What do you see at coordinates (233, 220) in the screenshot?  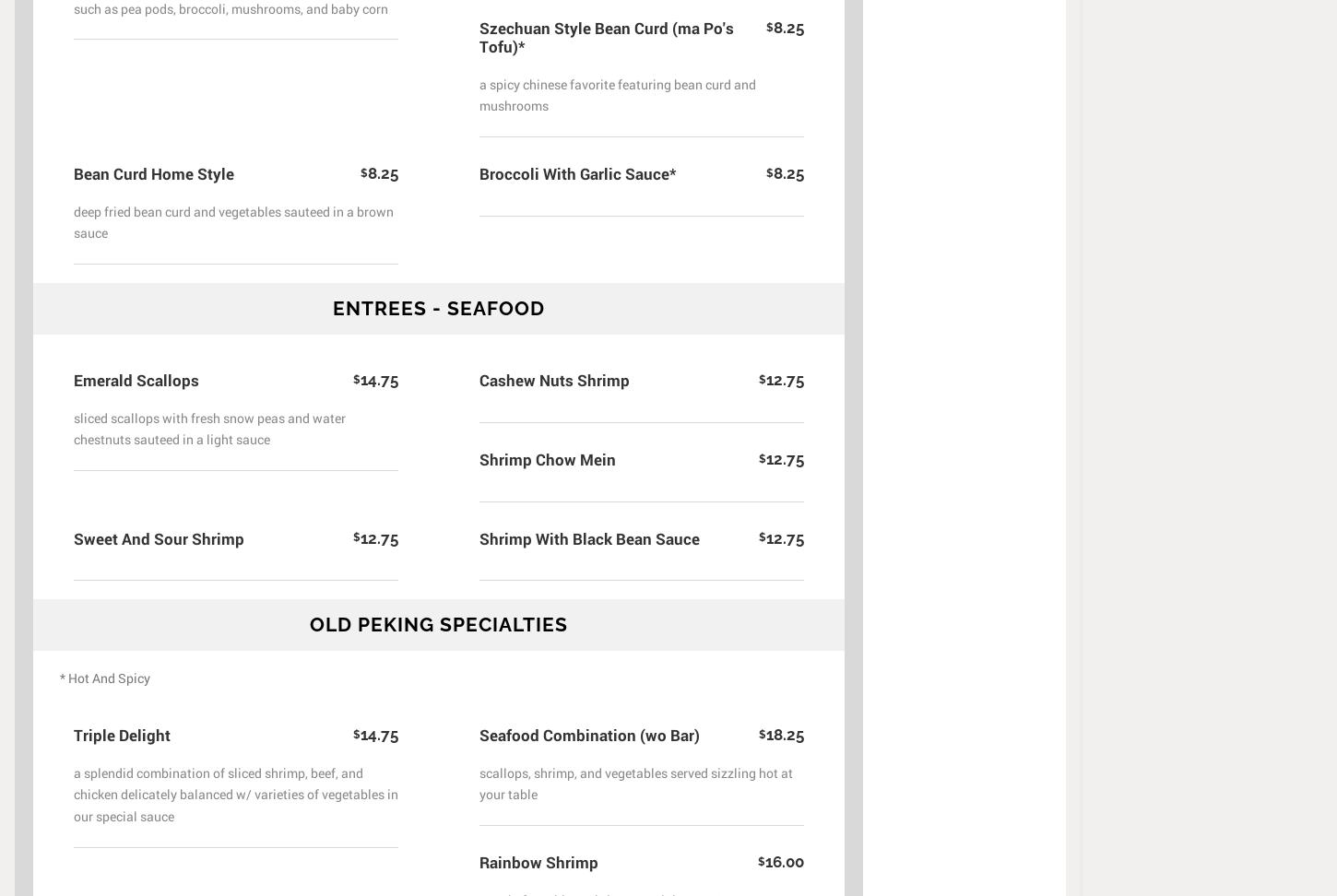 I see `'deep fried bean curd and vegetables sauteed in a brown sauce'` at bounding box center [233, 220].